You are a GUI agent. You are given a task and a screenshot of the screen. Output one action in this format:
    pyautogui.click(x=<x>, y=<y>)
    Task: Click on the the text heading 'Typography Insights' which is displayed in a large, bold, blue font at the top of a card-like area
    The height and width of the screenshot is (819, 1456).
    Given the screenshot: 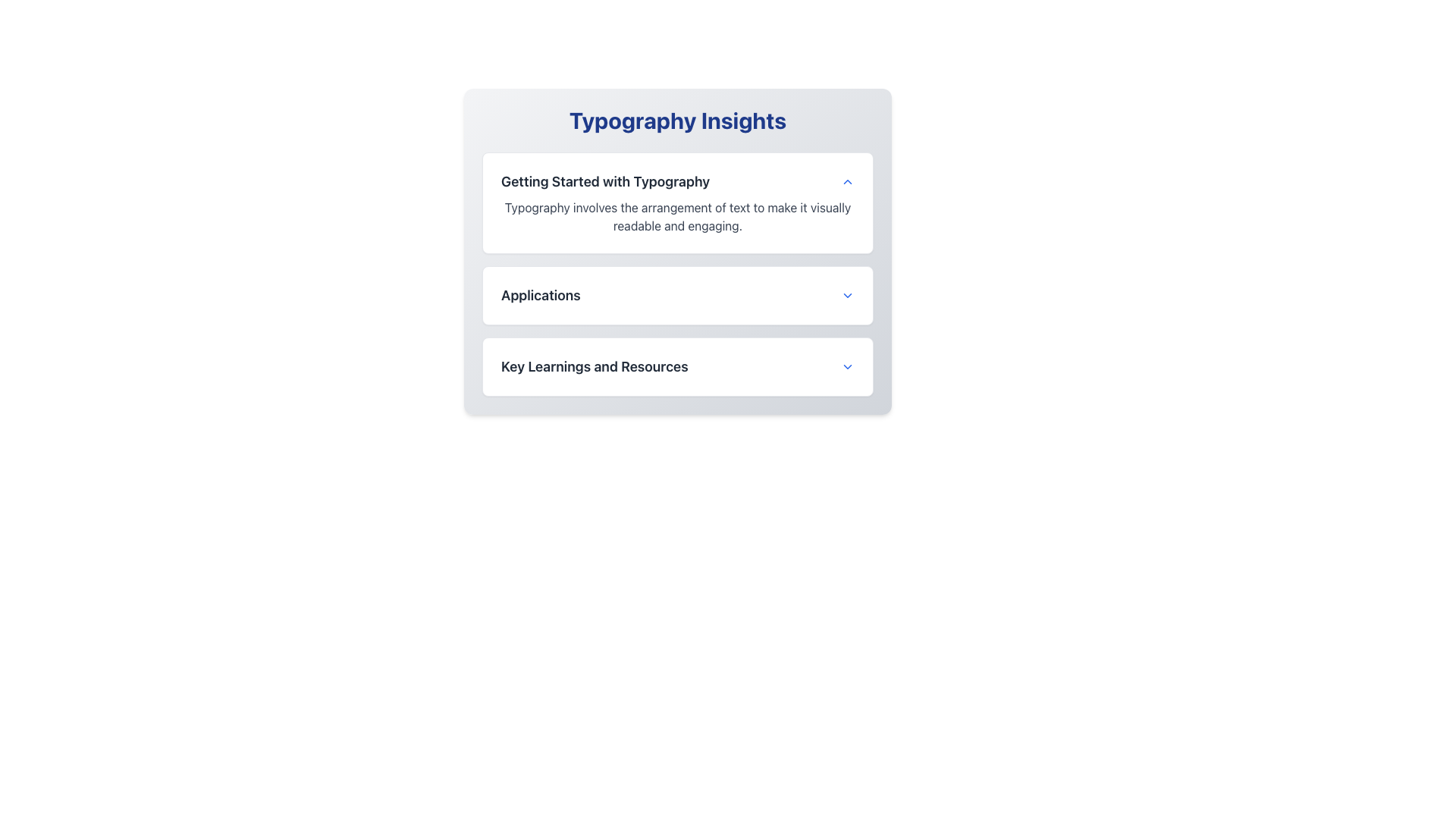 What is the action you would take?
    pyautogui.click(x=676, y=119)
    